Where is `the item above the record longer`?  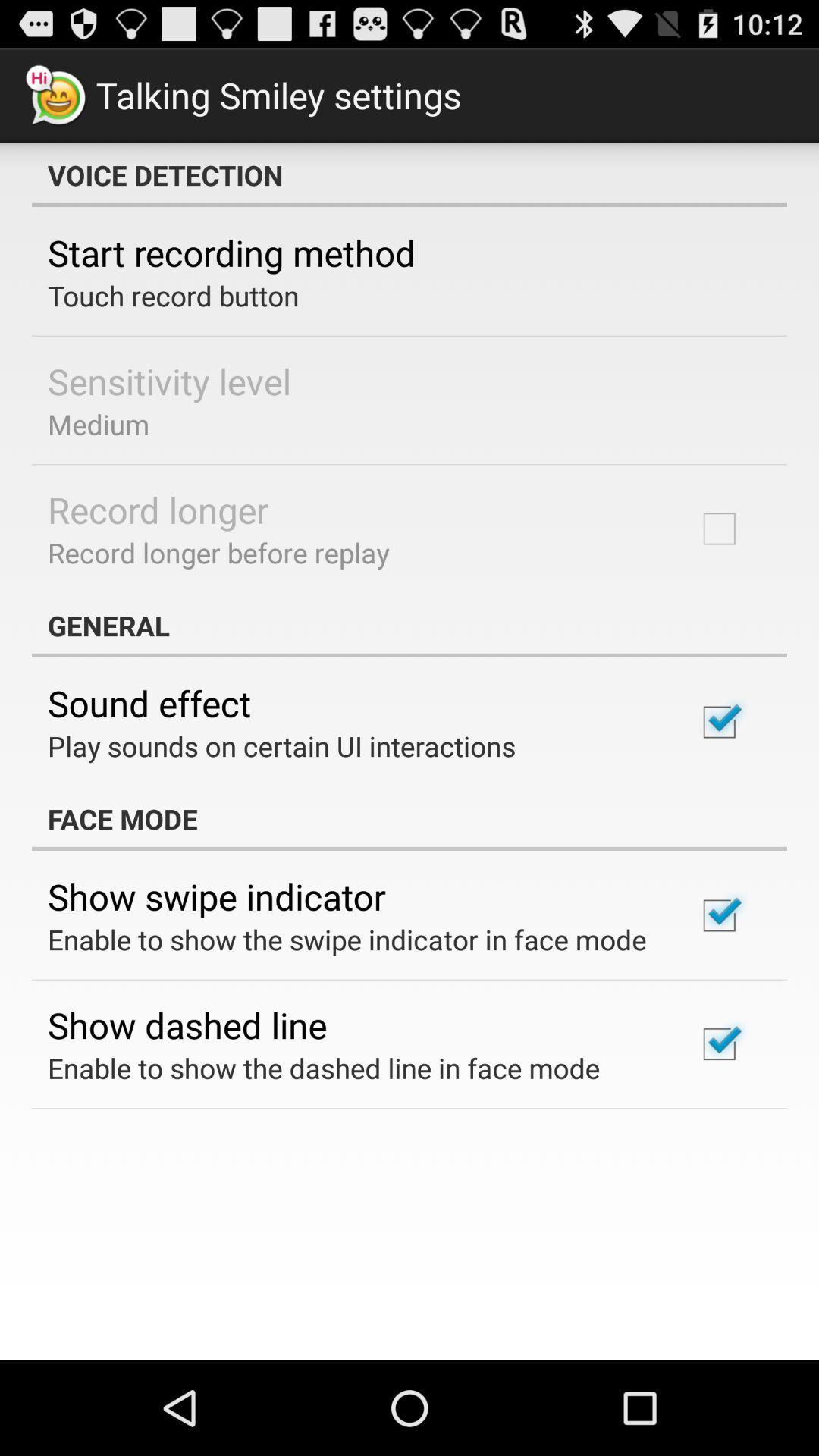
the item above the record longer is located at coordinates (99, 424).